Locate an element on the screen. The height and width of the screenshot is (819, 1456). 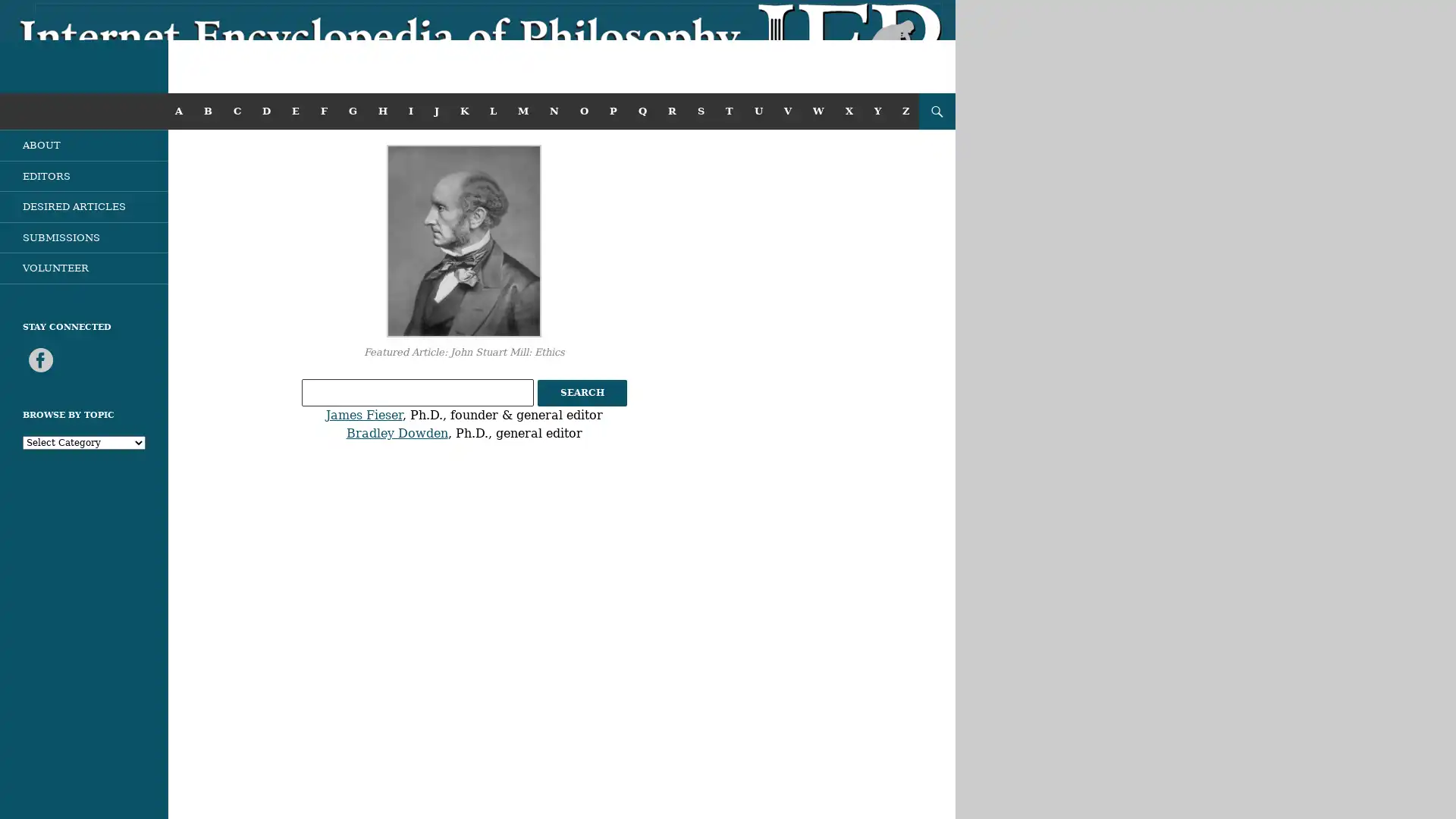
Search is located at coordinates (581, 392).